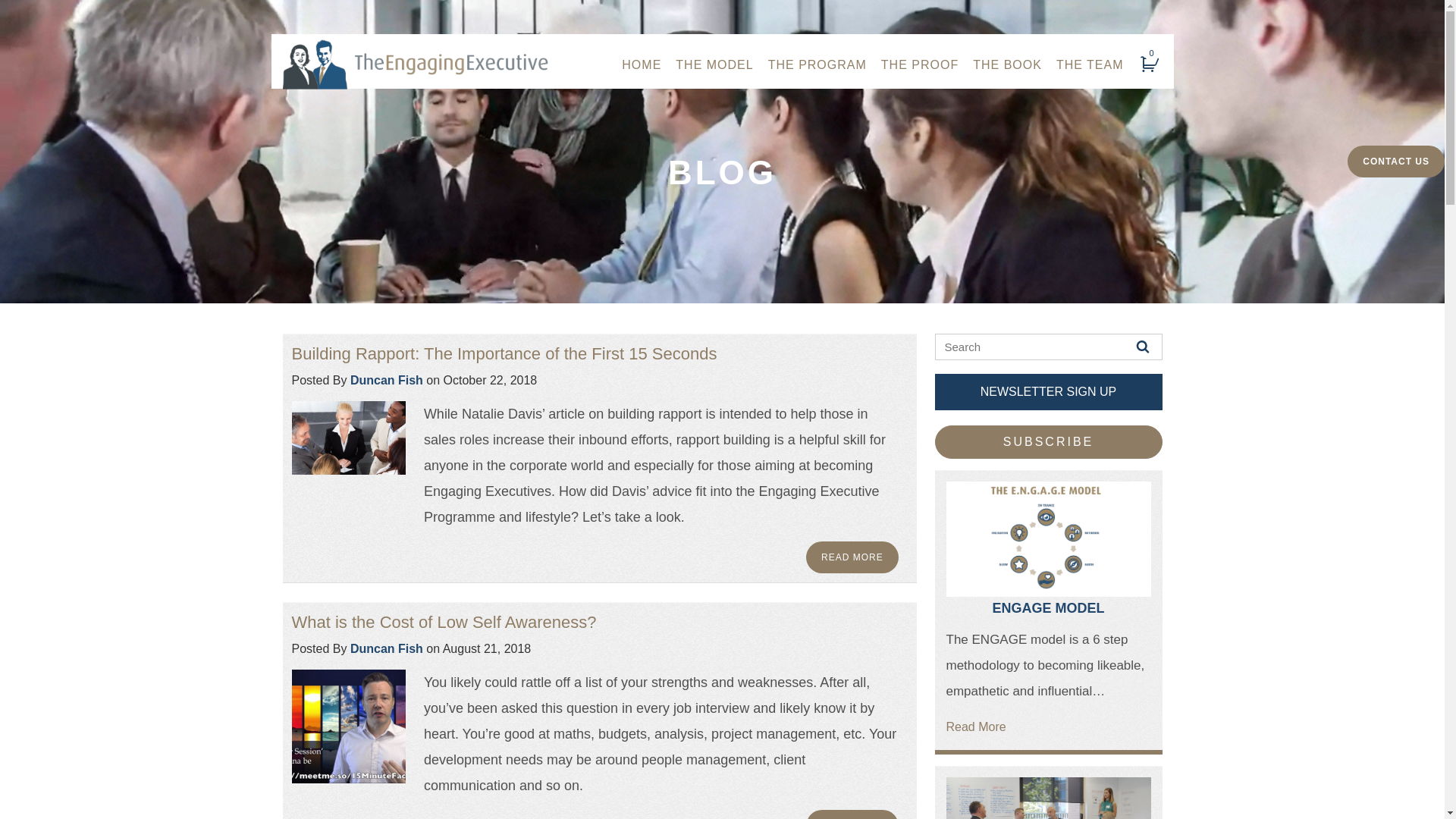  Describe the element at coordinates (817, 64) in the screenshot. I see `'THE PROGRAM'` at that location.